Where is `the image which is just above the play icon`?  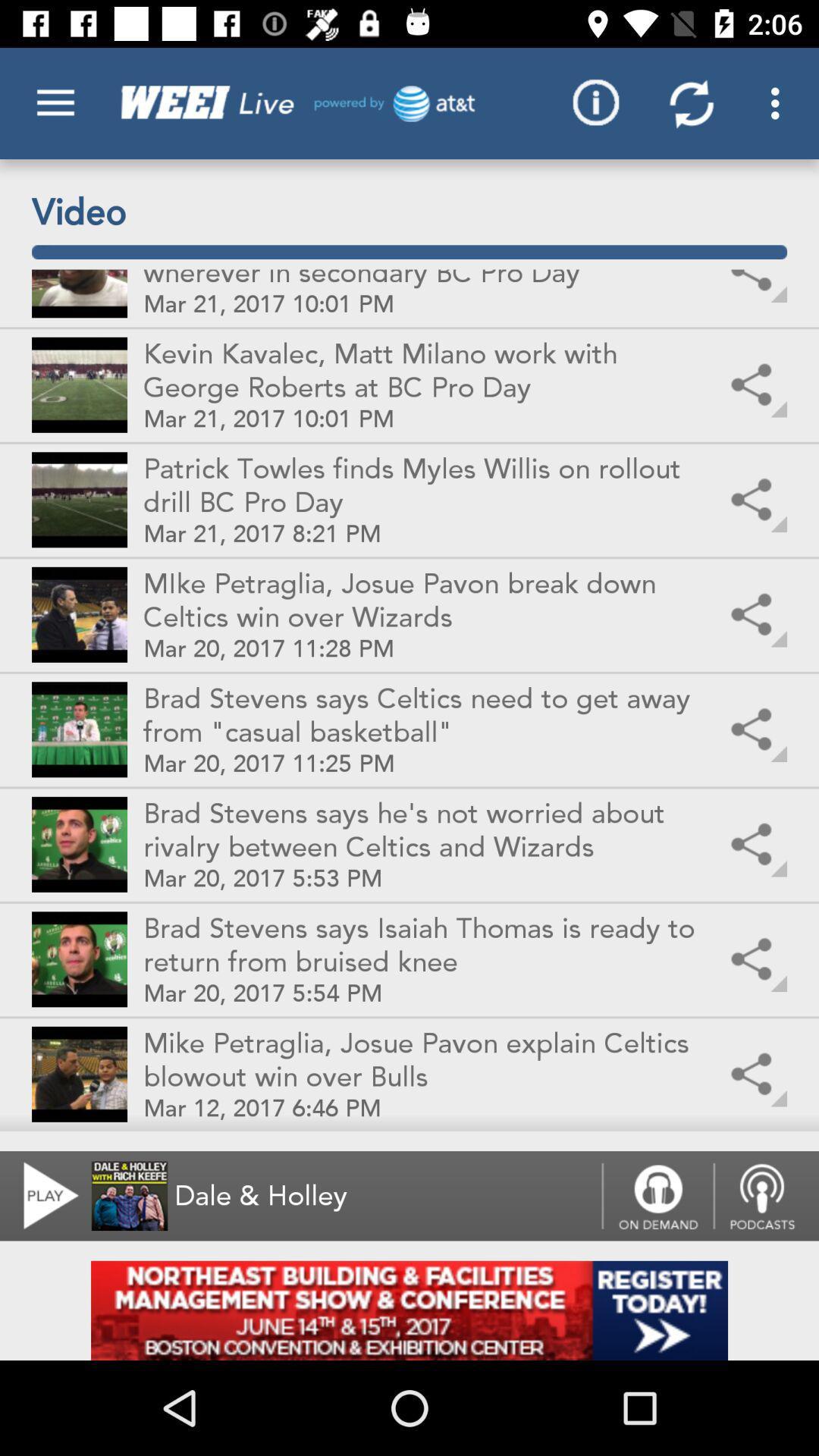
the image which is just above the play icon is located at coordinates (79, 1073).